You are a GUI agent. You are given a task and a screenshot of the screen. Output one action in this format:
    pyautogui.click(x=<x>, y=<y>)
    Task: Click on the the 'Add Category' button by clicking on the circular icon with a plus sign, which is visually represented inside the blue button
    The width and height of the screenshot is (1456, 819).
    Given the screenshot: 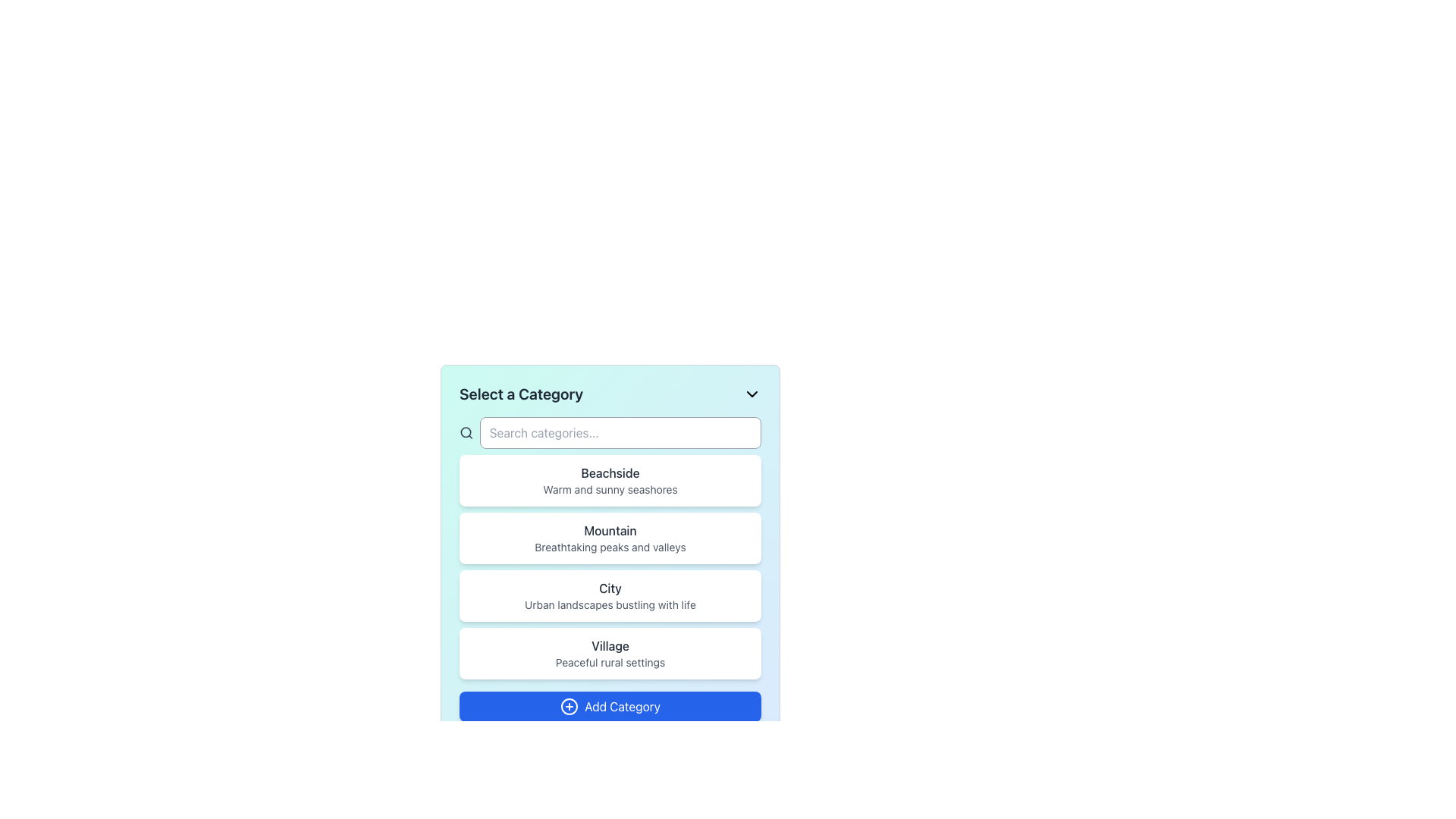 What is the action you would take?
    pyautogui.click(x=569, y=707)
    